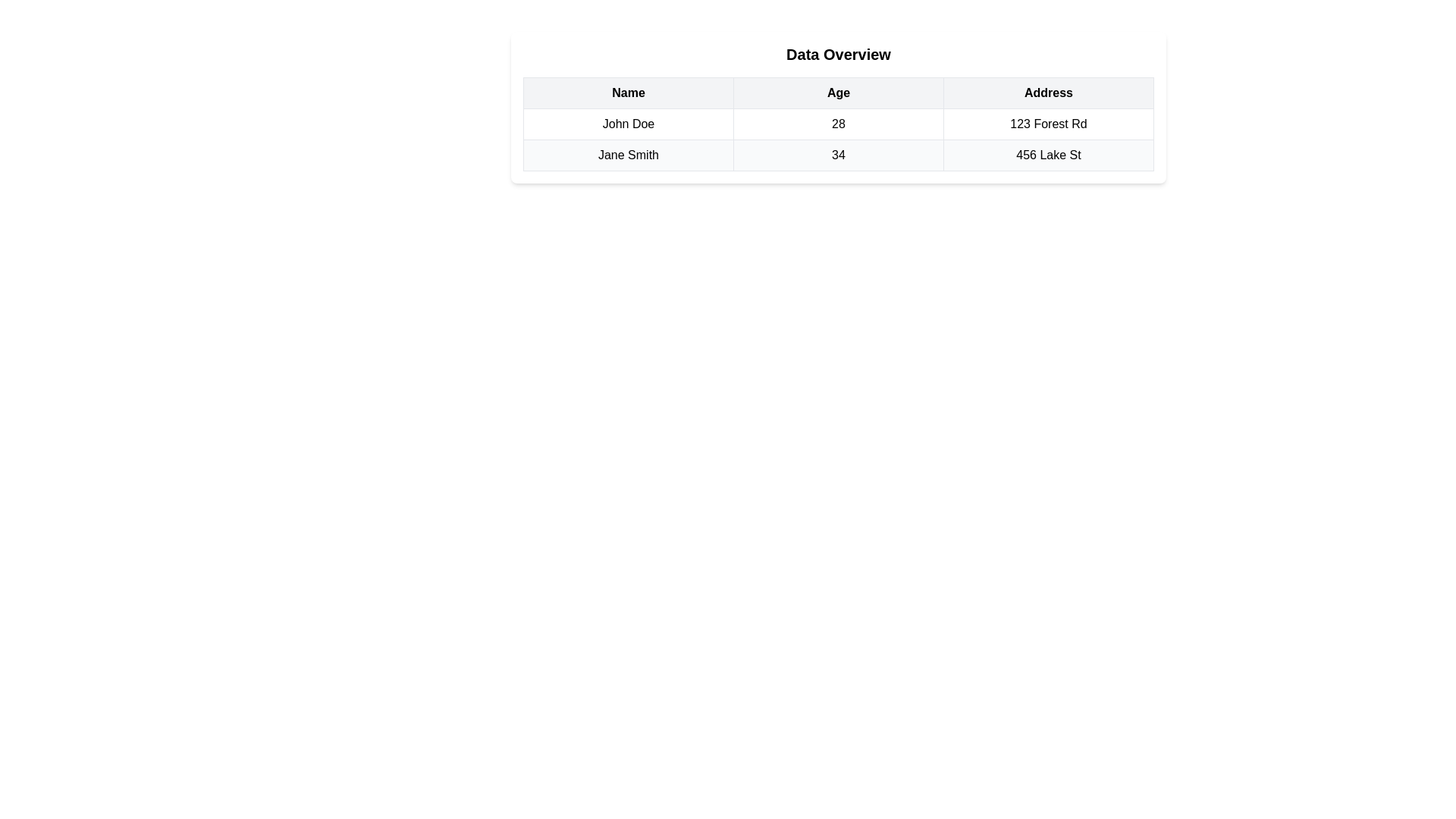 The image size is (1456, 819). I want to click on the static text element displaying the address '123 Forest Rd' for the entry 'John Doe' in the third cell of the first row under the 'Address' column, so click(1047, 124).